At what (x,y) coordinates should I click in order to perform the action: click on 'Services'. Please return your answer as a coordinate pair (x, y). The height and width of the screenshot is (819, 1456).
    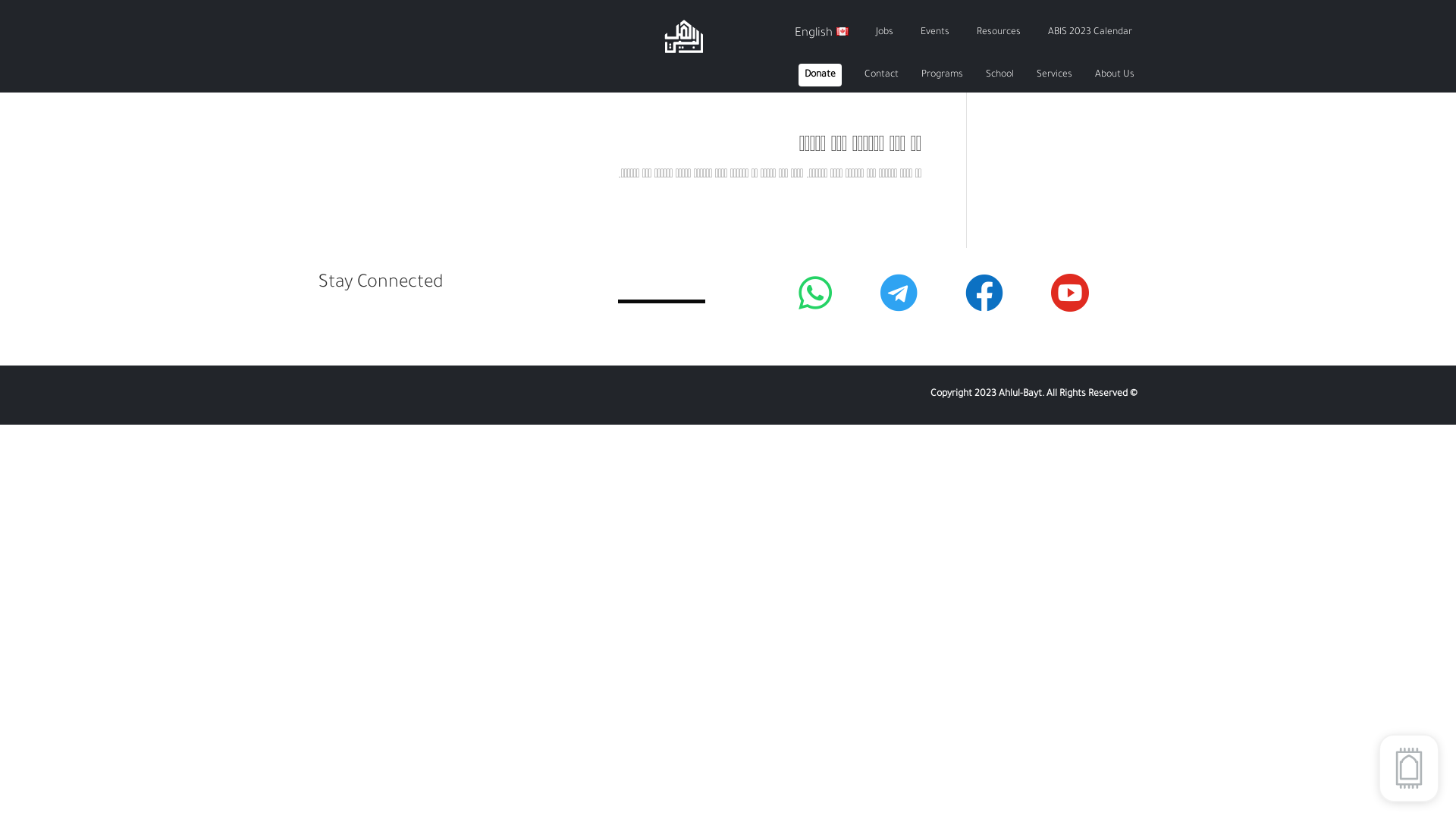
    Looking at the image, I should click on (1053, 75).